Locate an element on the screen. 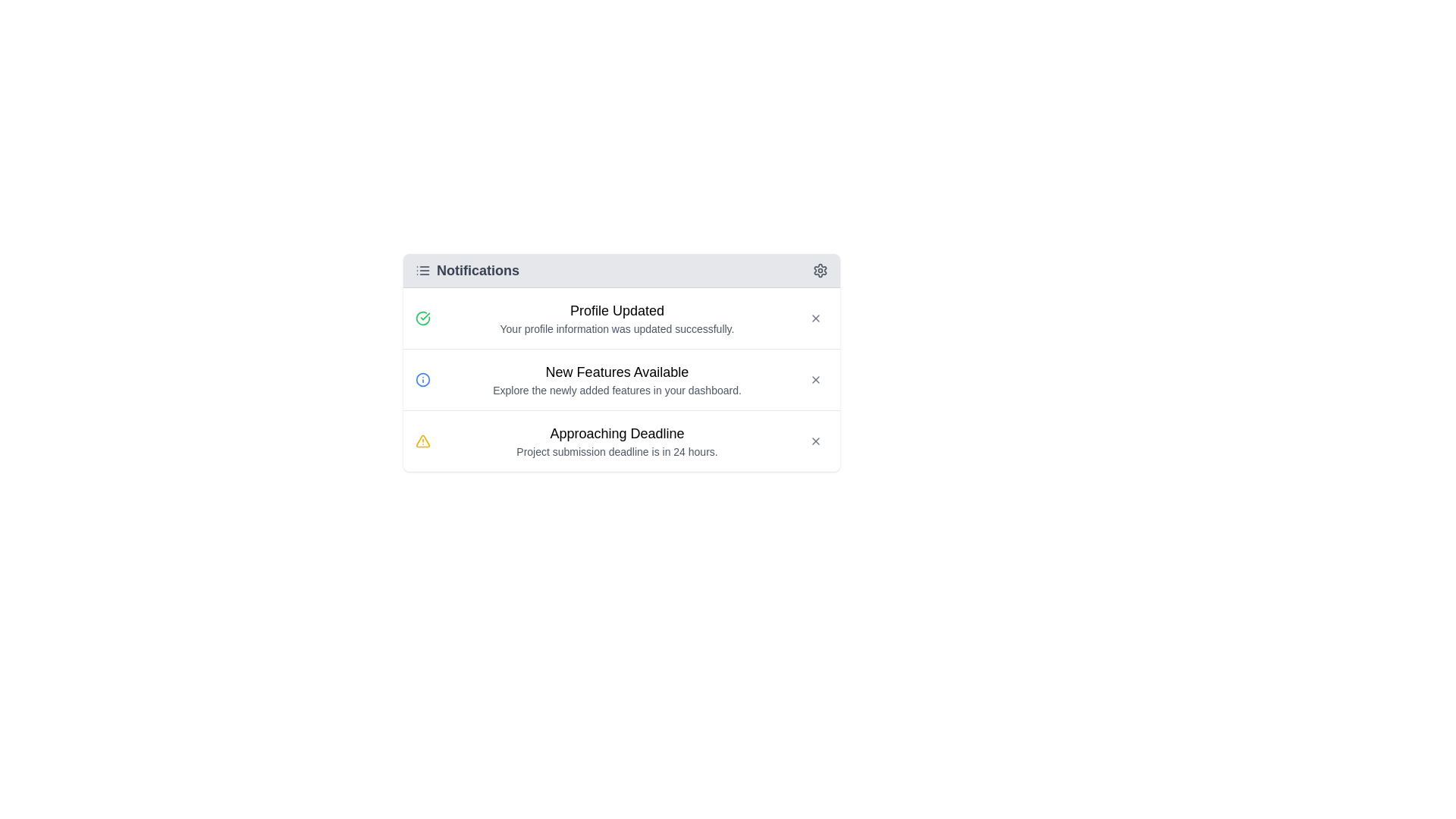  the static text label titled 'Approaching Deadline' in the notification list, which indicates an important update about a project submission deadline is located at coordinates (617, 433).